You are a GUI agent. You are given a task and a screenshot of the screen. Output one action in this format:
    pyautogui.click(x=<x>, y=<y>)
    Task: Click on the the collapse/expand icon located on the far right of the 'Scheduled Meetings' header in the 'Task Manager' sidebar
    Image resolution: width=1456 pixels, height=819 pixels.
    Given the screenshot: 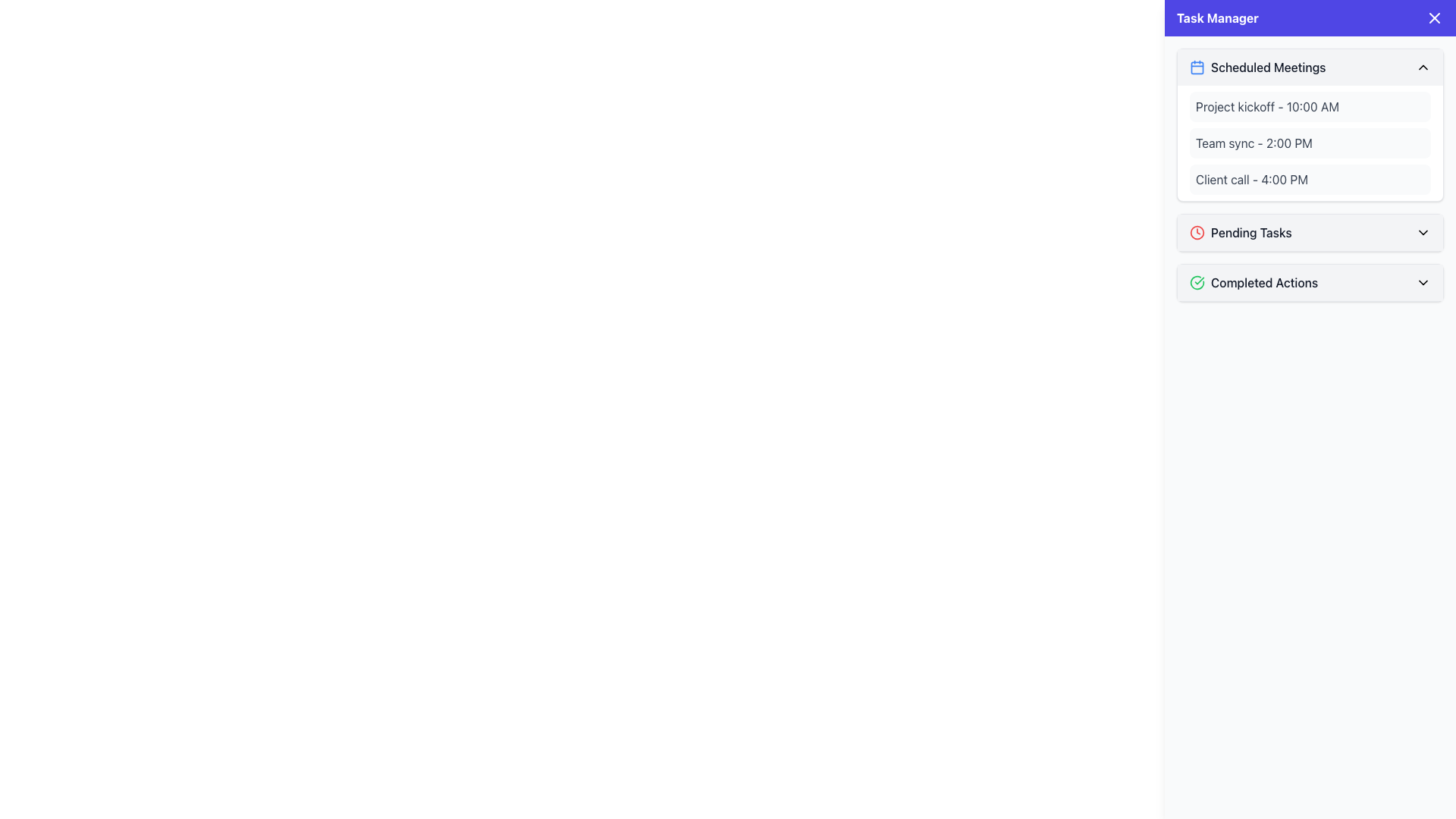 What is the action you would take?
    pyautogui.click(x=1422, y=66)
    